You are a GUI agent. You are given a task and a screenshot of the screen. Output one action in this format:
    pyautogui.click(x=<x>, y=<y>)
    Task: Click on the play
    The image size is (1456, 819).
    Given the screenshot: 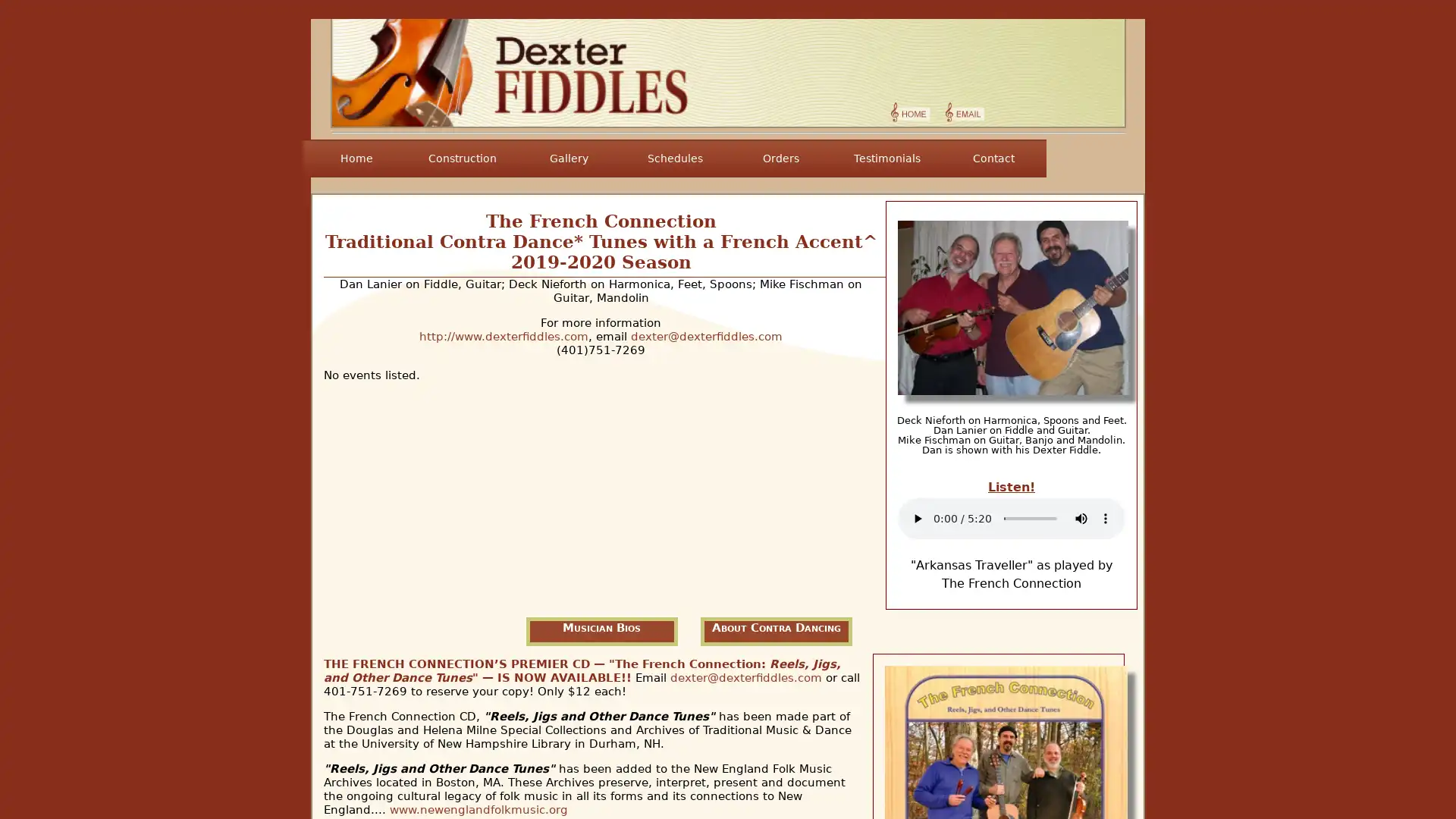 What is the action you would take?
    pyautogui.click(x=916, y=516)
    